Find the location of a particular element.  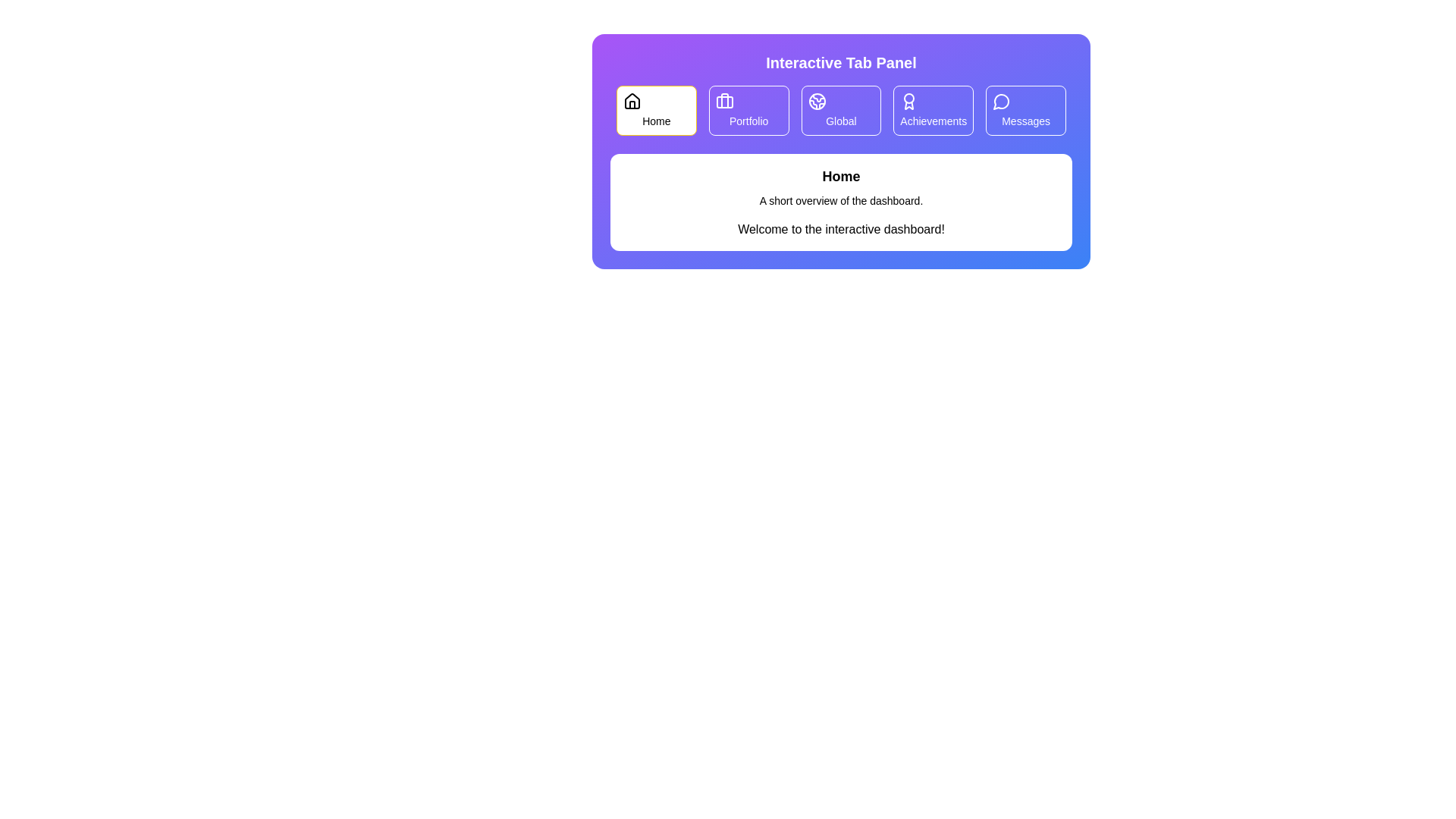

the SVG Circle element that is centered within the award badge icon in the 'Achievements' tab is located at coordinates (909, 99).